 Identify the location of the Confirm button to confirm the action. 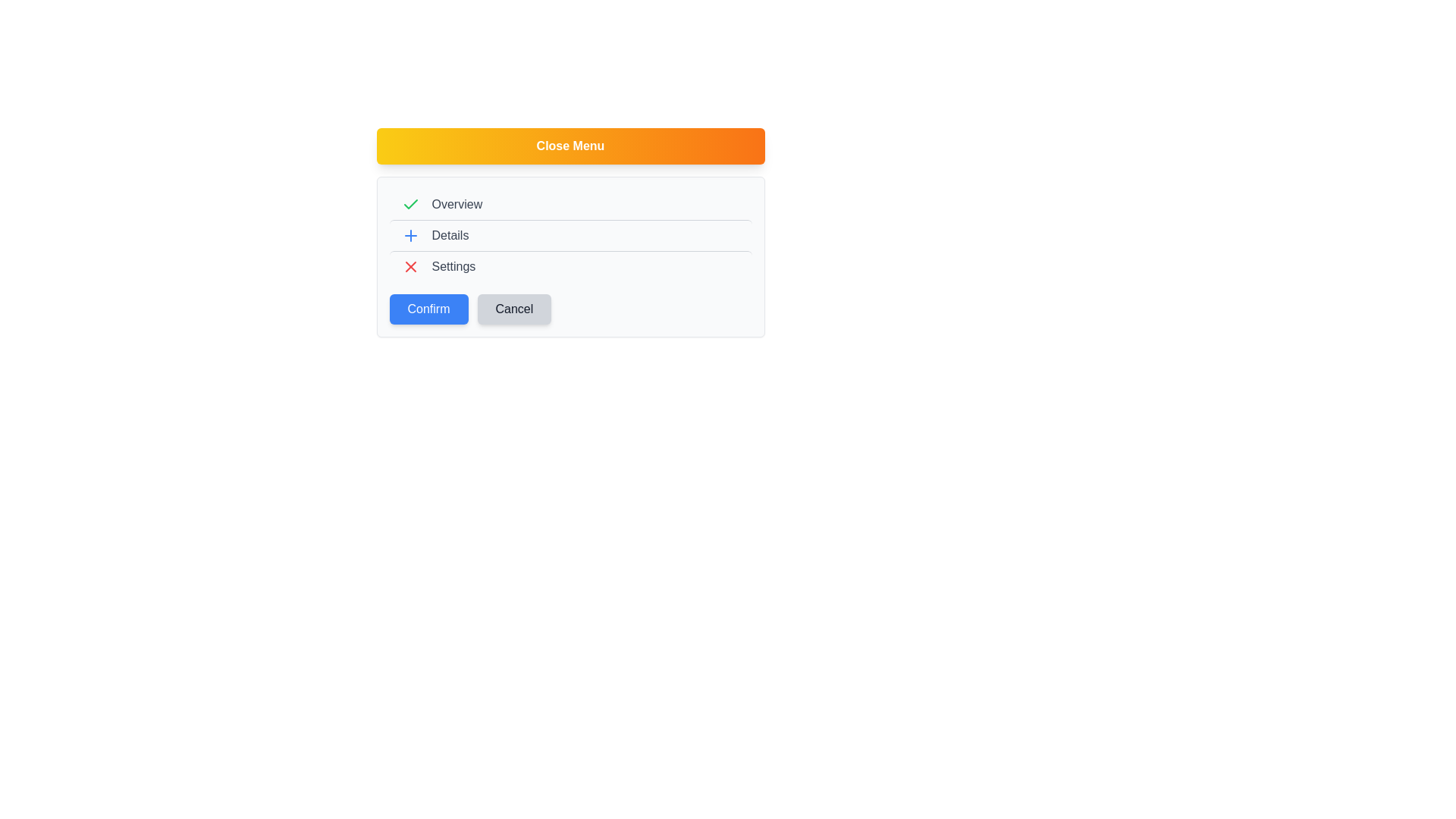
(428, 309).